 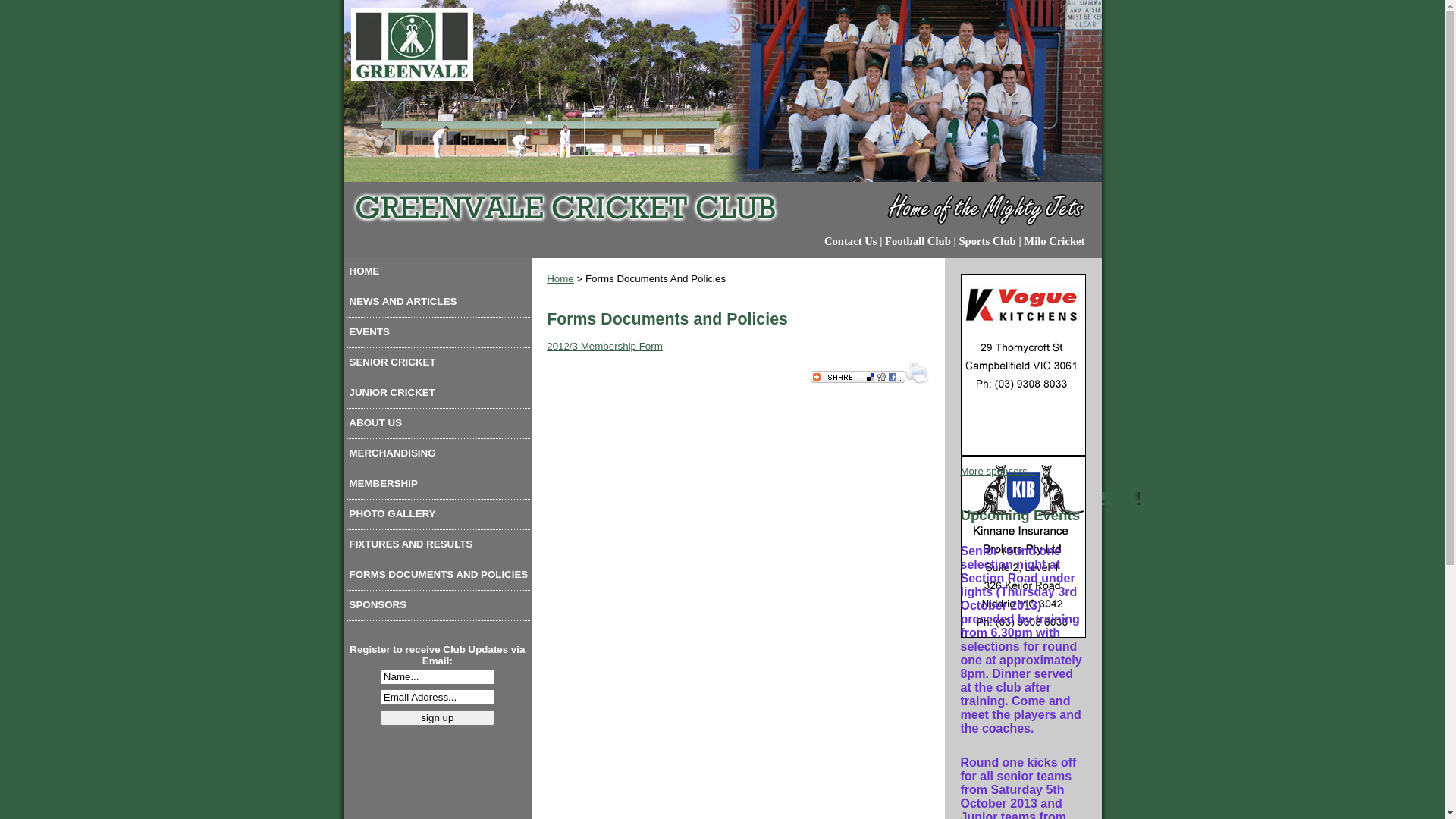 What do you see at coordinates (438, 455) in the screenshot?
I see `'MERCHANDISING'` at bounding box center [438, 455].